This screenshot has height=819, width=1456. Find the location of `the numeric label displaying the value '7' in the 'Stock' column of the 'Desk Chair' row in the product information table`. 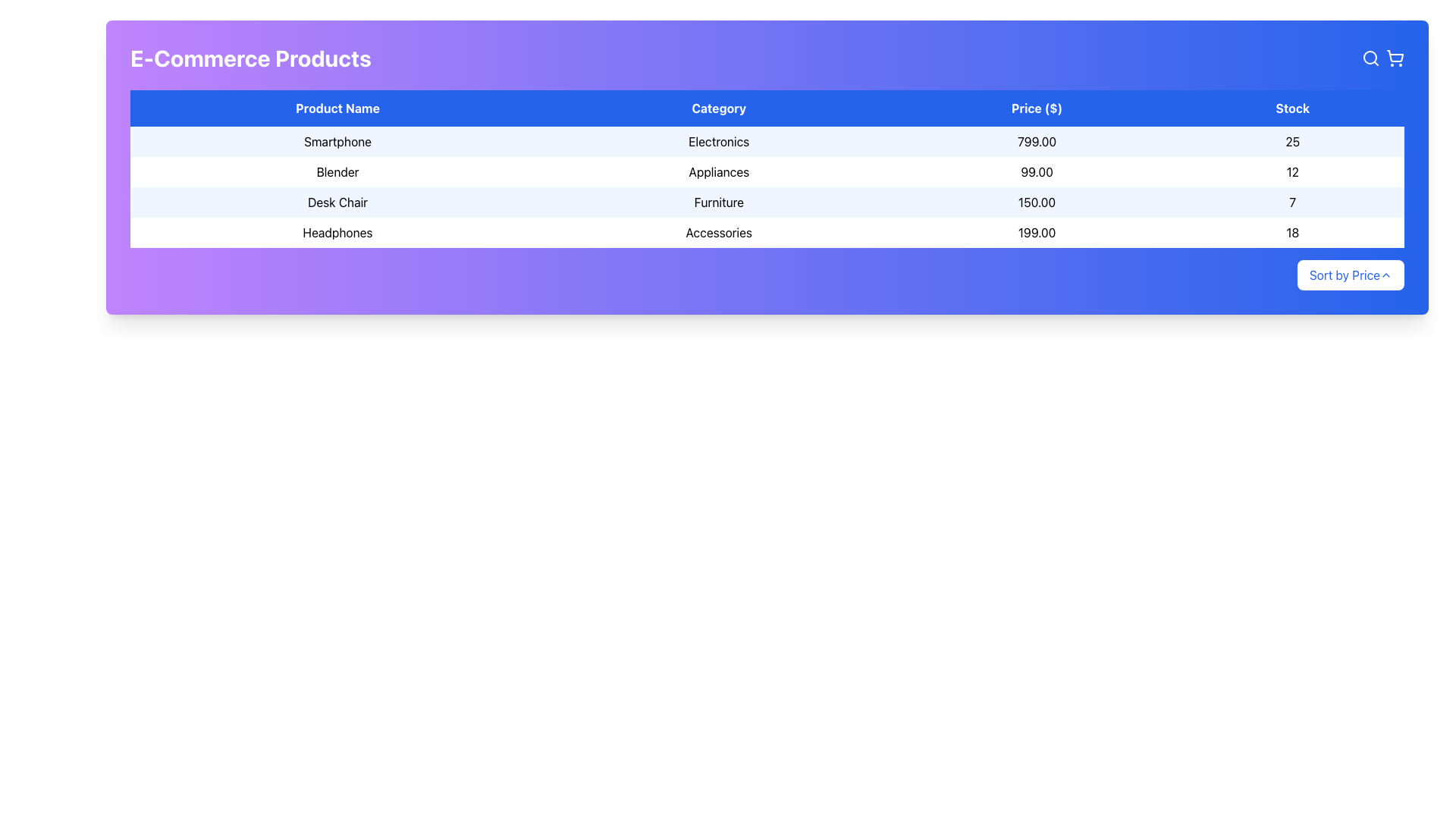

the numeric label displaying the value '7' in the 'Stock' column of the 'Desk Chair' row in the product information table is located at coordinates (1291, 201).